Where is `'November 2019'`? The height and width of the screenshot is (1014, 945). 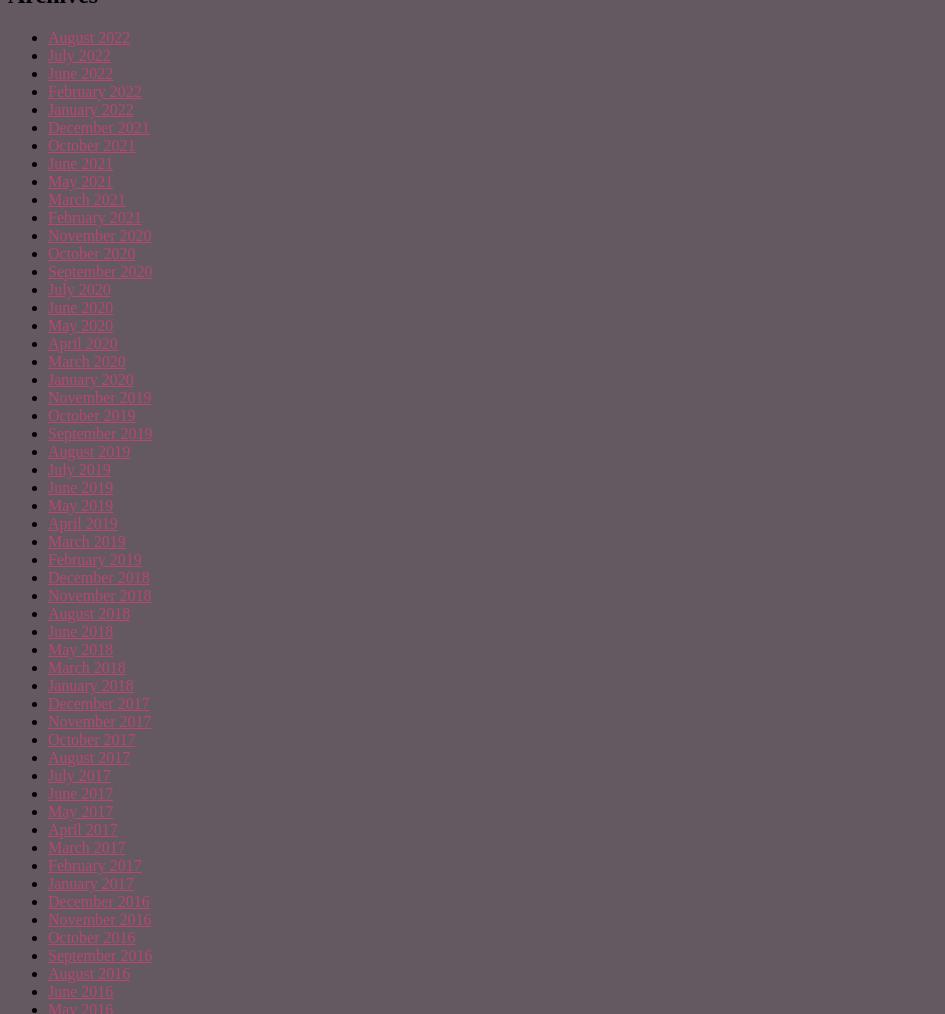 'November 2019' is located at coordinates (98, 396).